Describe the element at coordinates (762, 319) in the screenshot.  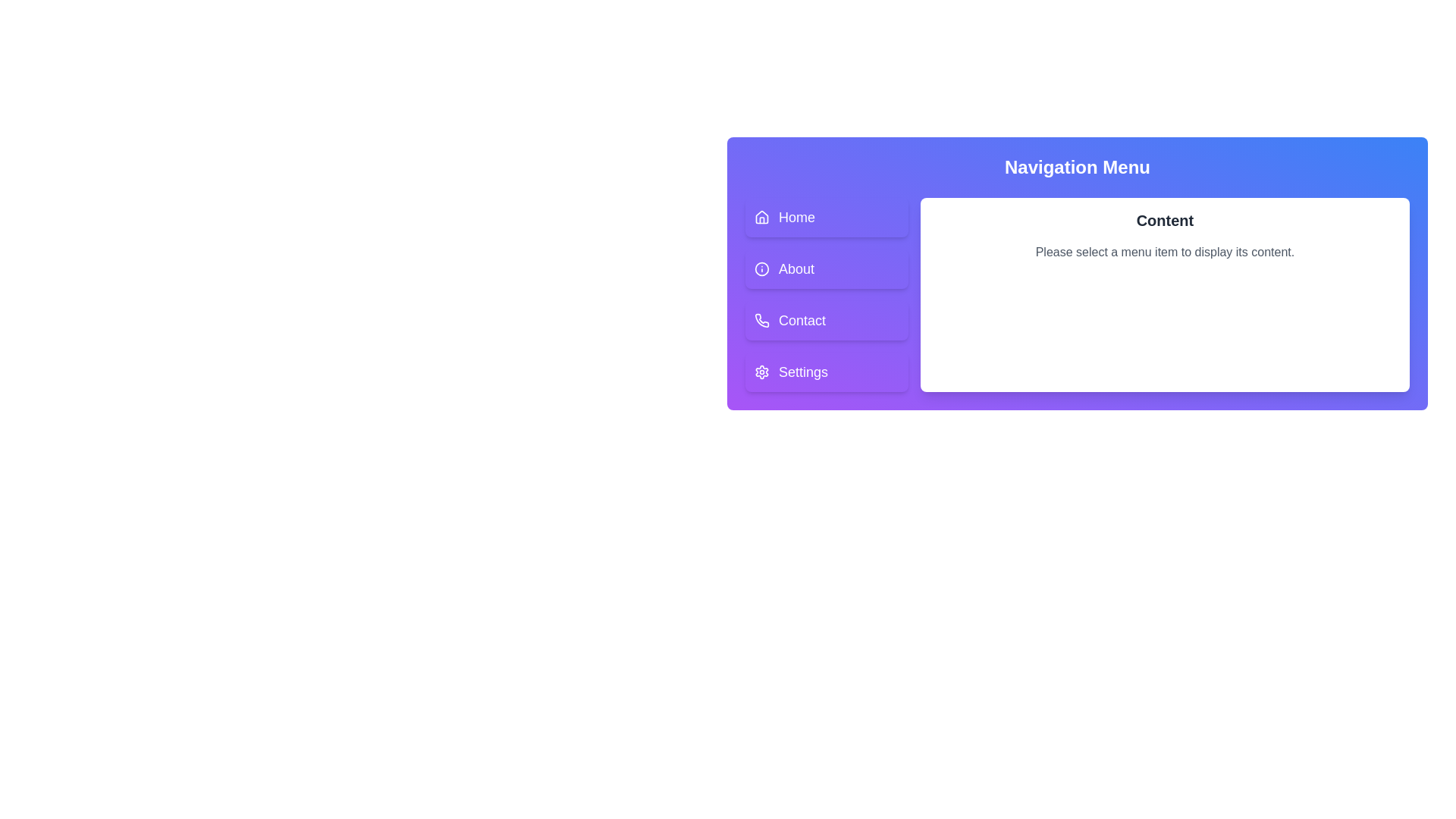
I see `the 'Contact' button in the vertical navigation menu, which features a minimalistic phone receiver icon styled in light outline on a colored background` at that location.